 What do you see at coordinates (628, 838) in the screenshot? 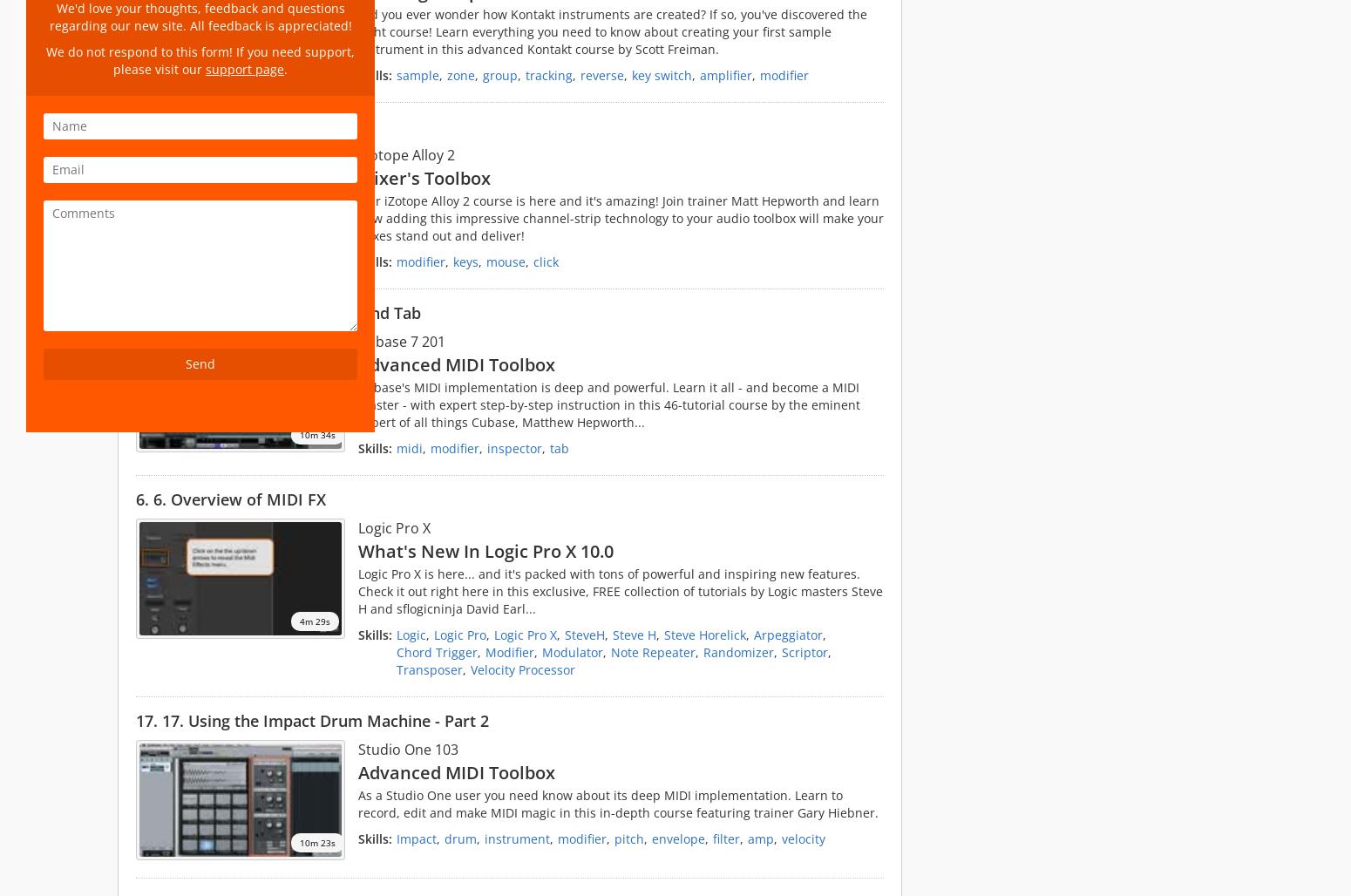
I see `'pitch'` at bounding box center [628, 838].